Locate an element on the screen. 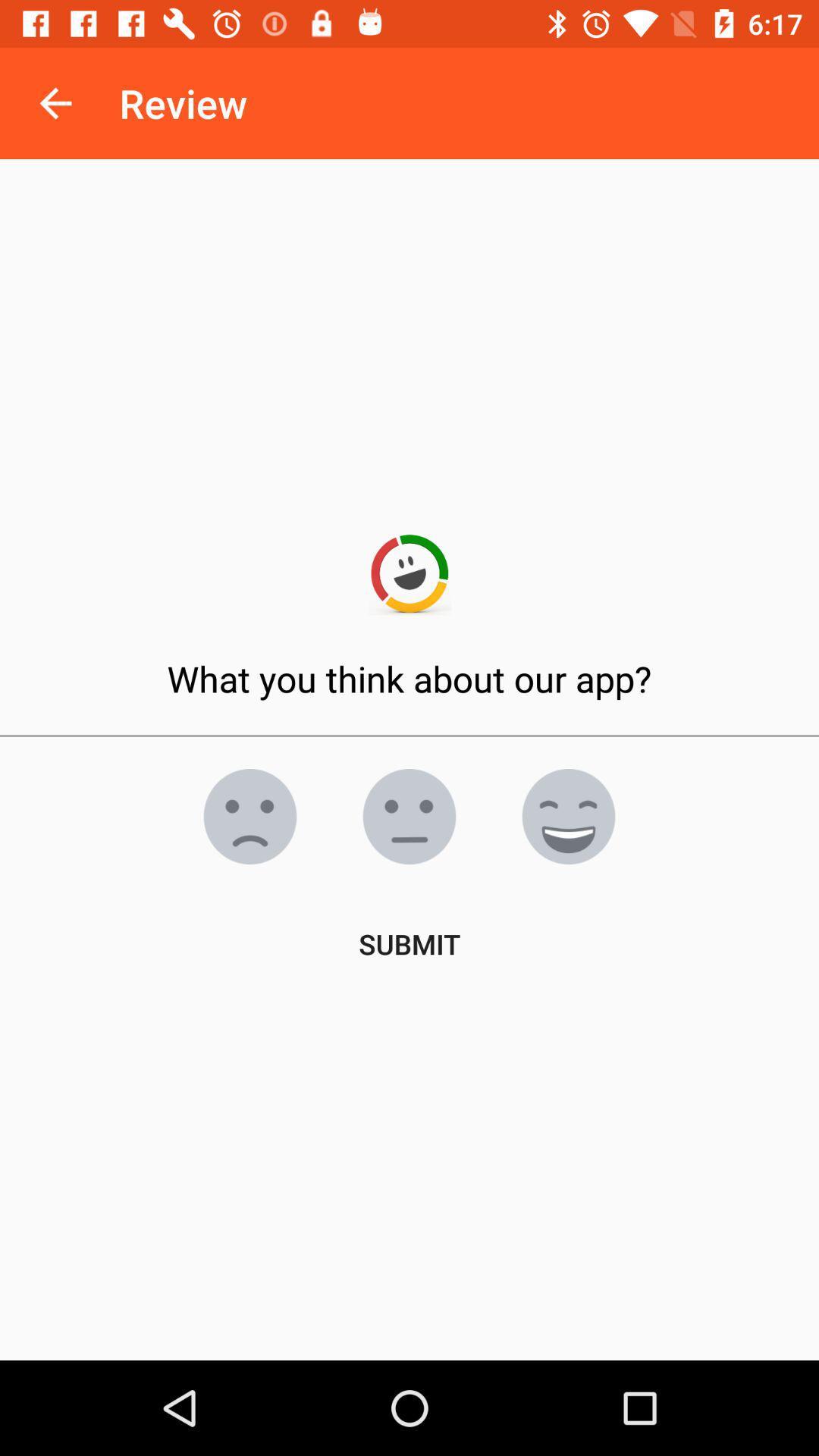  item to the left of review icon is located at coordinates (55, 102).